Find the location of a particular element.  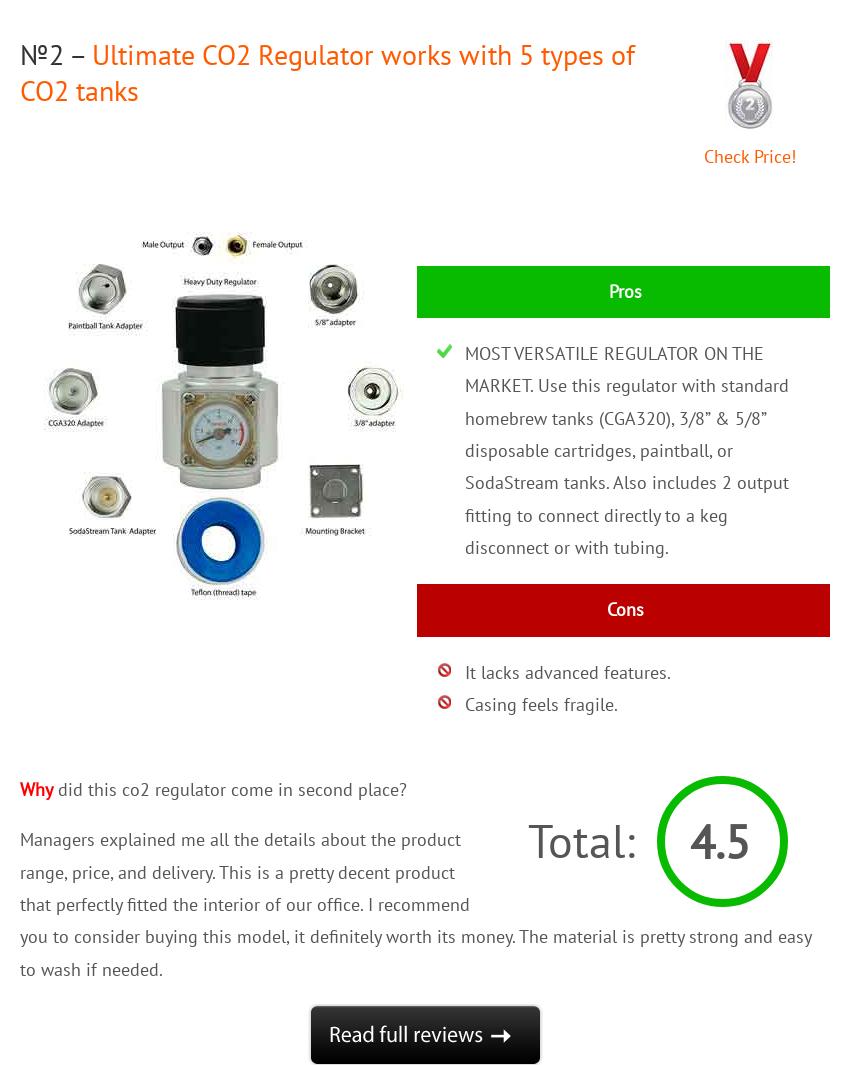

'Managers explained me all the details about the product range, price, and delivery. This is a pretty decent product that perfectly fitted the interior of our office. I recommend you to consider buying this model, it definitely worth its money. The material is pretty strong and easy to wash if needed.' is located at coordinates (18, 903).